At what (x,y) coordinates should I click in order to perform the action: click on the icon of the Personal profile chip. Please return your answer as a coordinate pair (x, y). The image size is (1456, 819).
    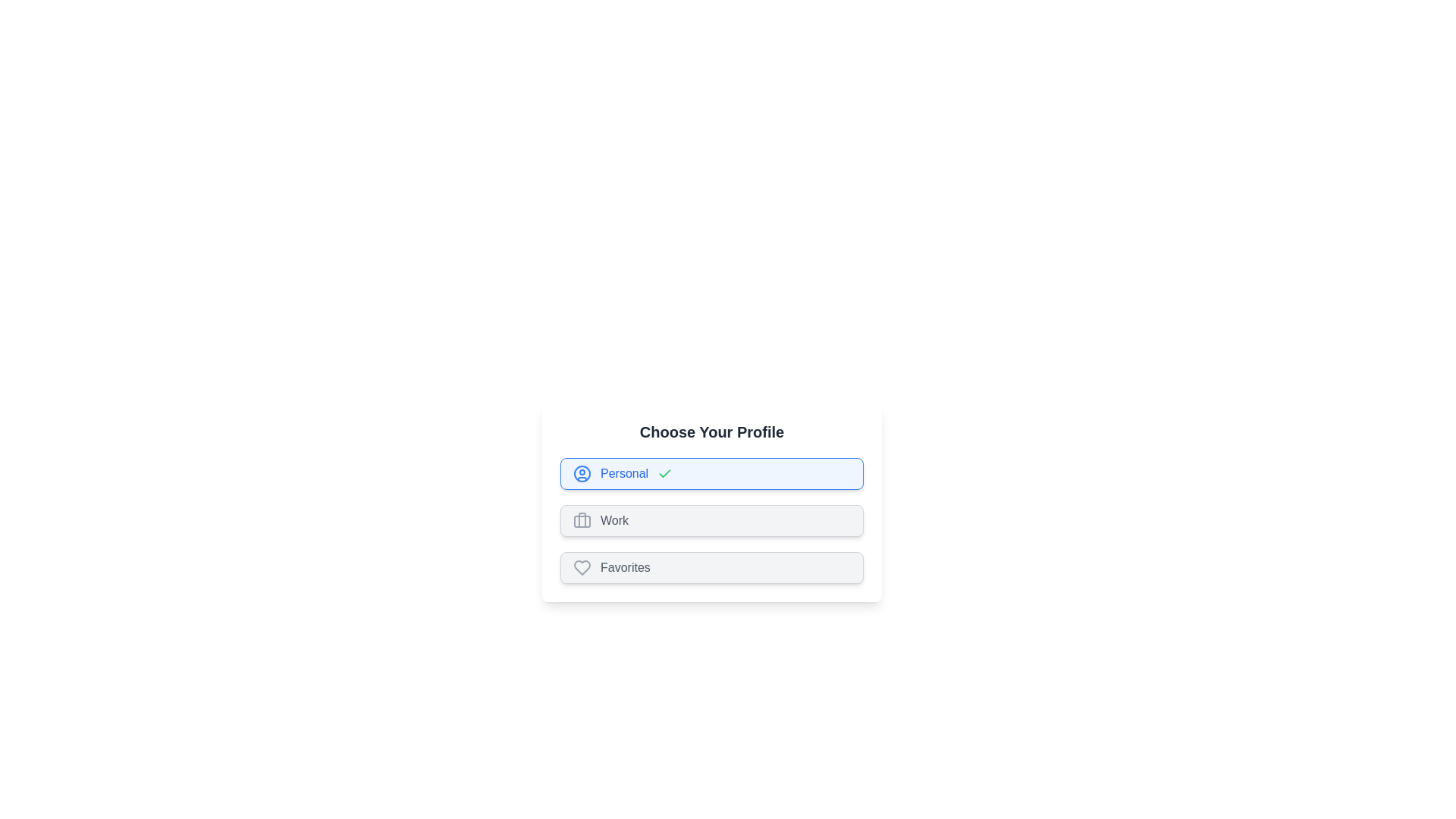
    Looking at the image, I should click on (582, 472).